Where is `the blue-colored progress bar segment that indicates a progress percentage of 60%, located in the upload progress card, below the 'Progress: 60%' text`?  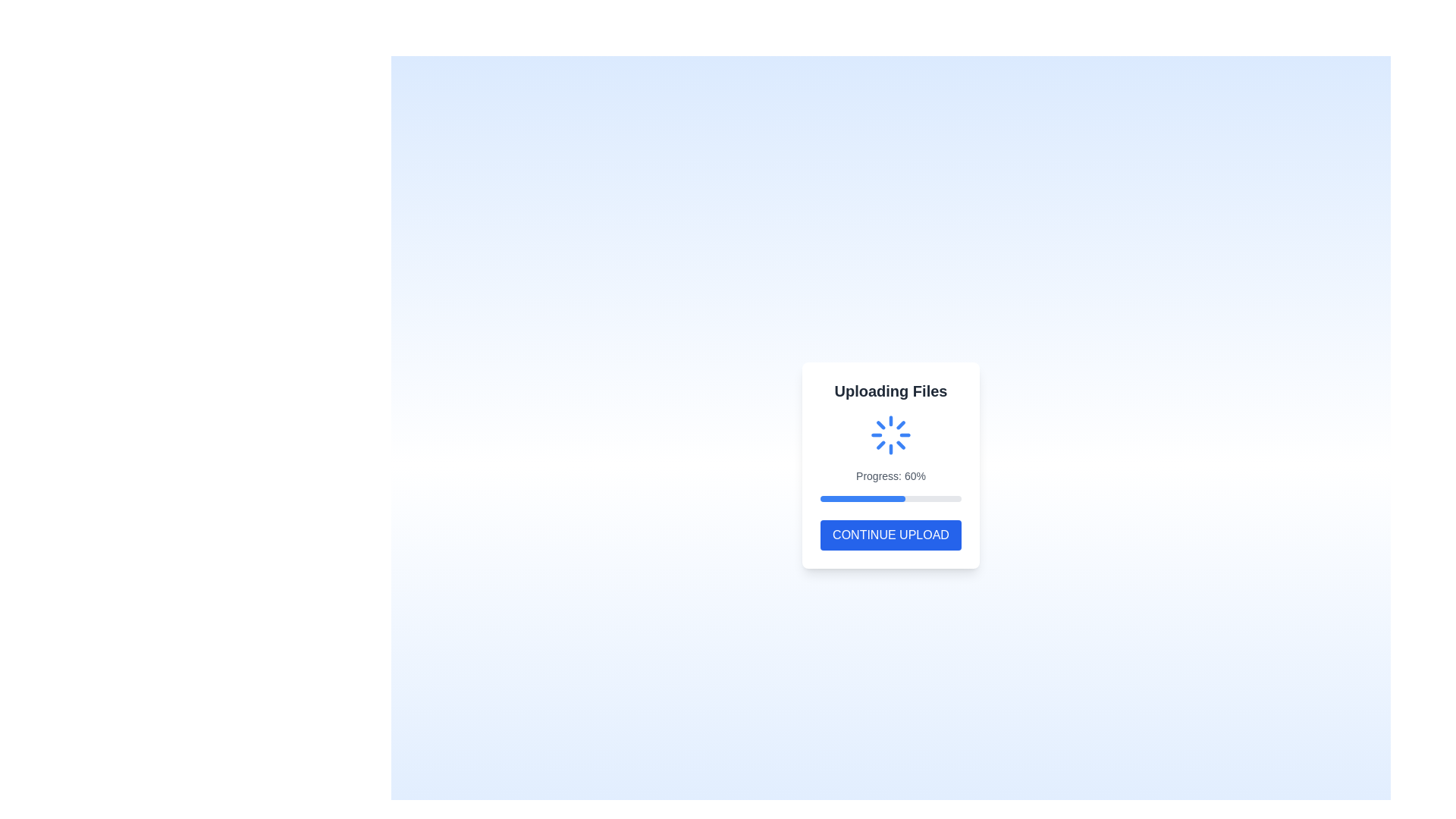 the blue-colored progress bar segment that indicates a progress percentage of 60%, located in the upload progress card, below the 'Progress: 60%' text is located at coordinates (862, 499).